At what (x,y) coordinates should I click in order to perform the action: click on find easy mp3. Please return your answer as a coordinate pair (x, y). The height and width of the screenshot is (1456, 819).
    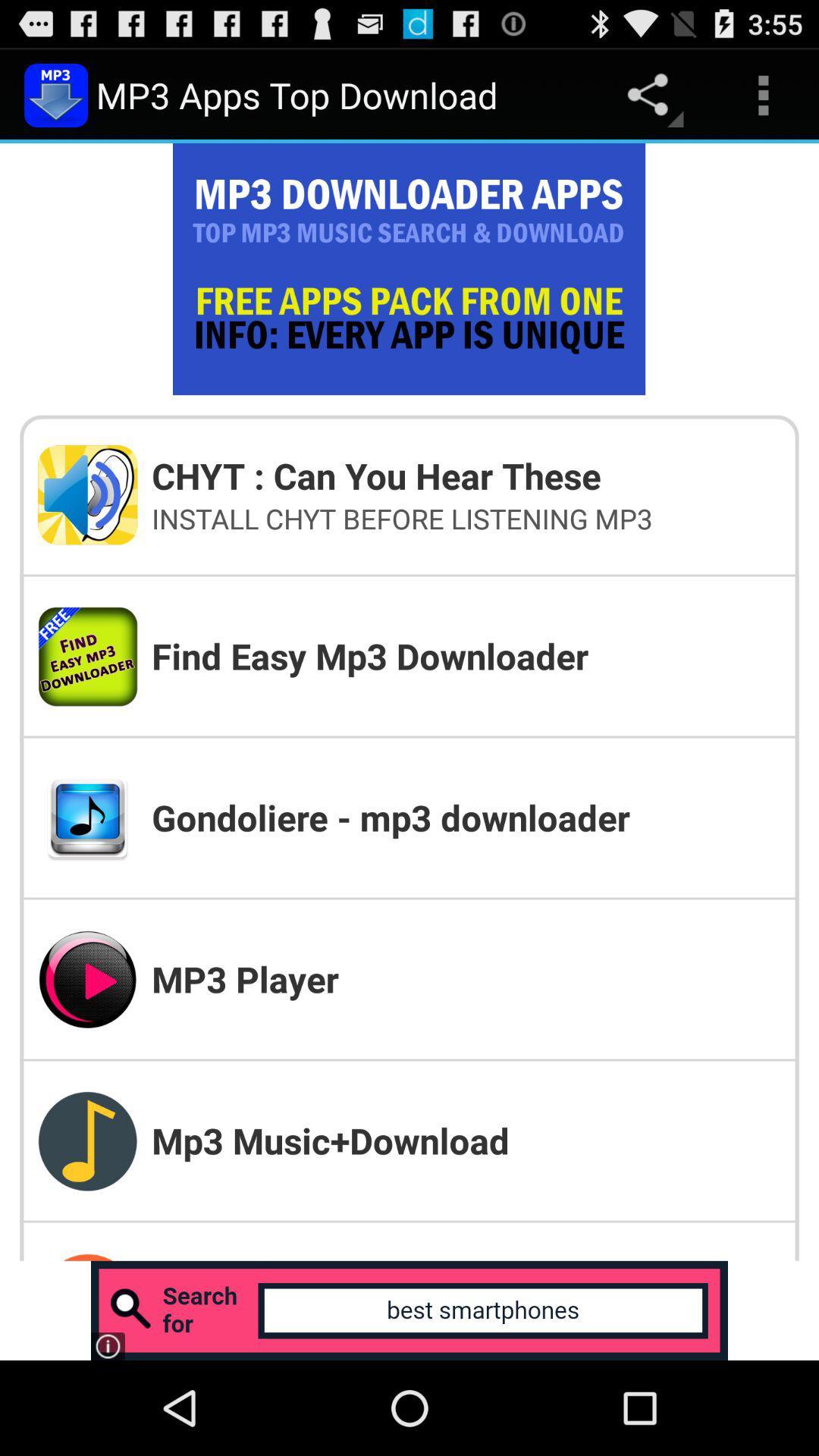
    Looking at the image, I should click on (465, 656).